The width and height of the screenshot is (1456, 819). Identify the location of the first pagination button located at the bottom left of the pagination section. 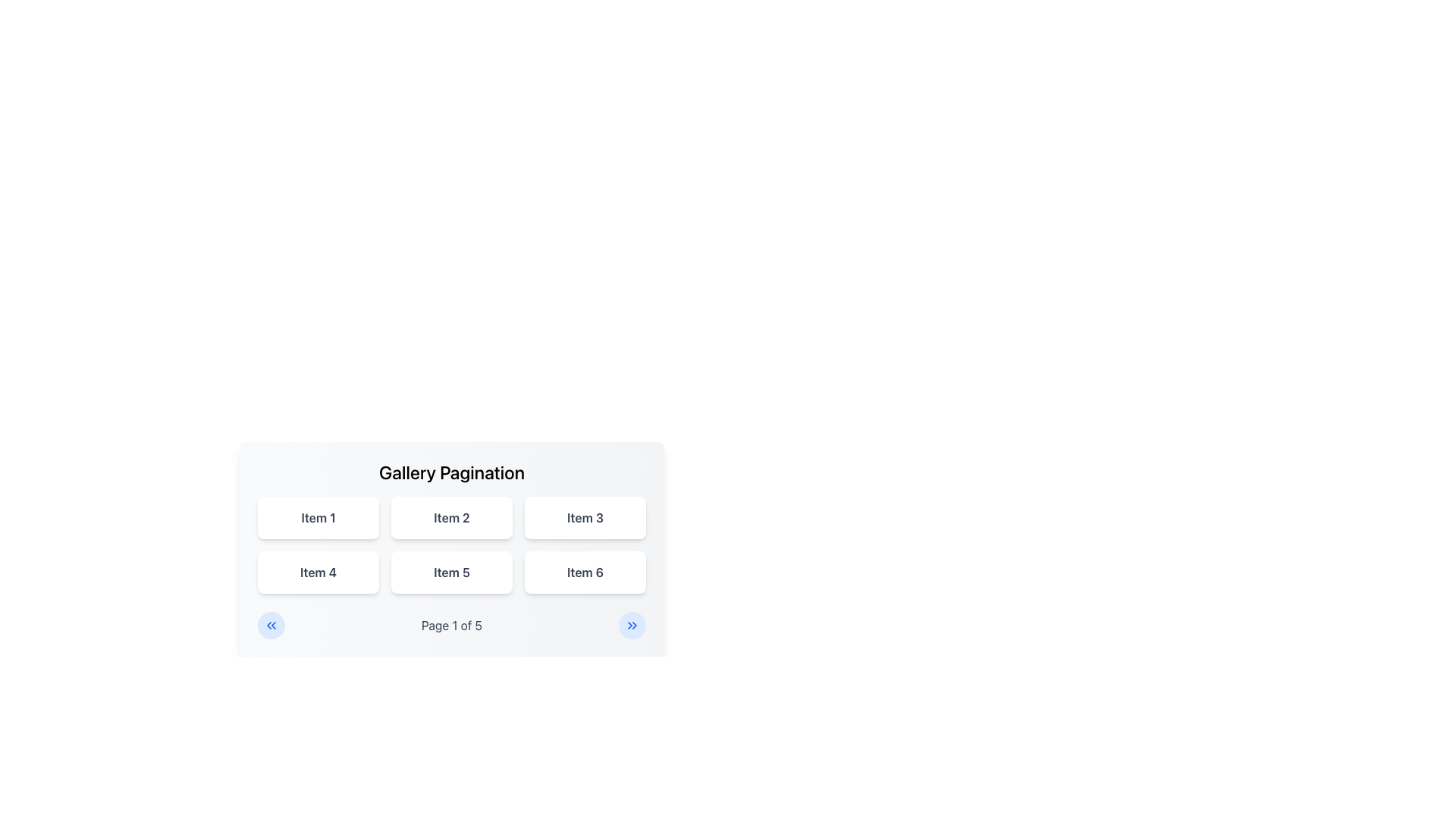
(271, 626).